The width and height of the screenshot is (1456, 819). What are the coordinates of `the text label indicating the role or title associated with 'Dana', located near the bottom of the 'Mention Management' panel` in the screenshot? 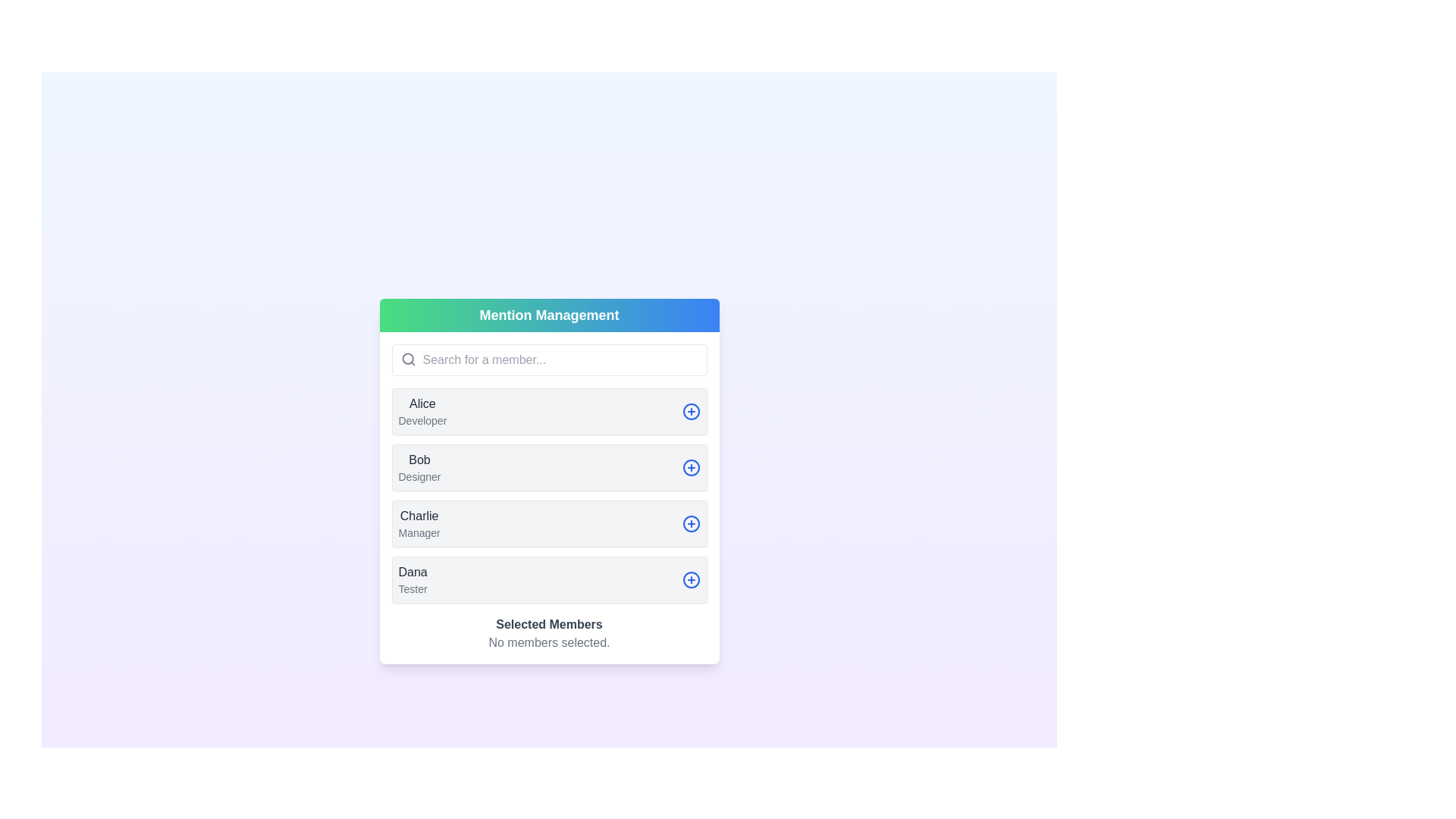 It's located at (413, 588).